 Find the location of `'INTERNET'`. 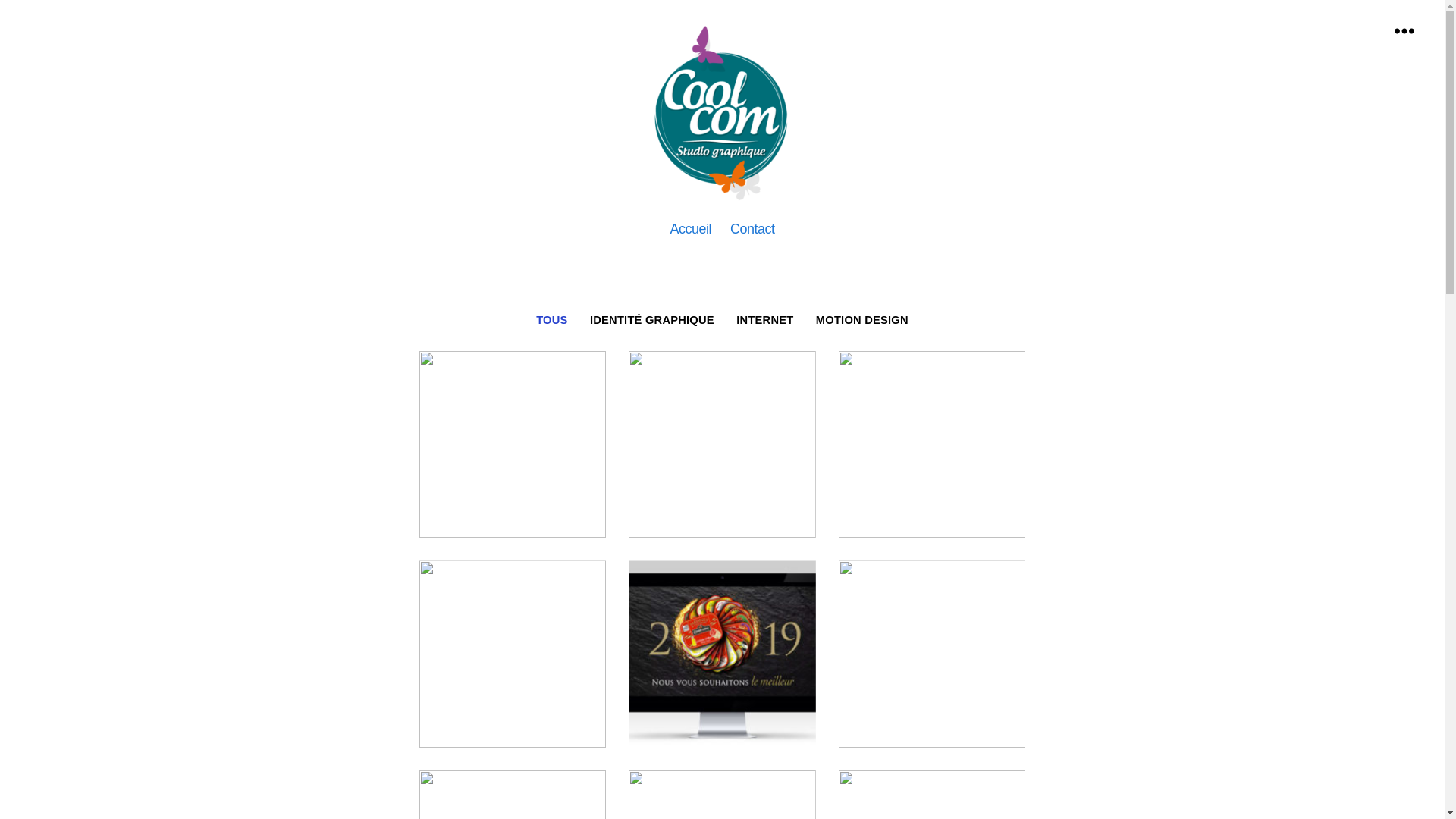

'INTERNET' is located at coordinates (765, 319).